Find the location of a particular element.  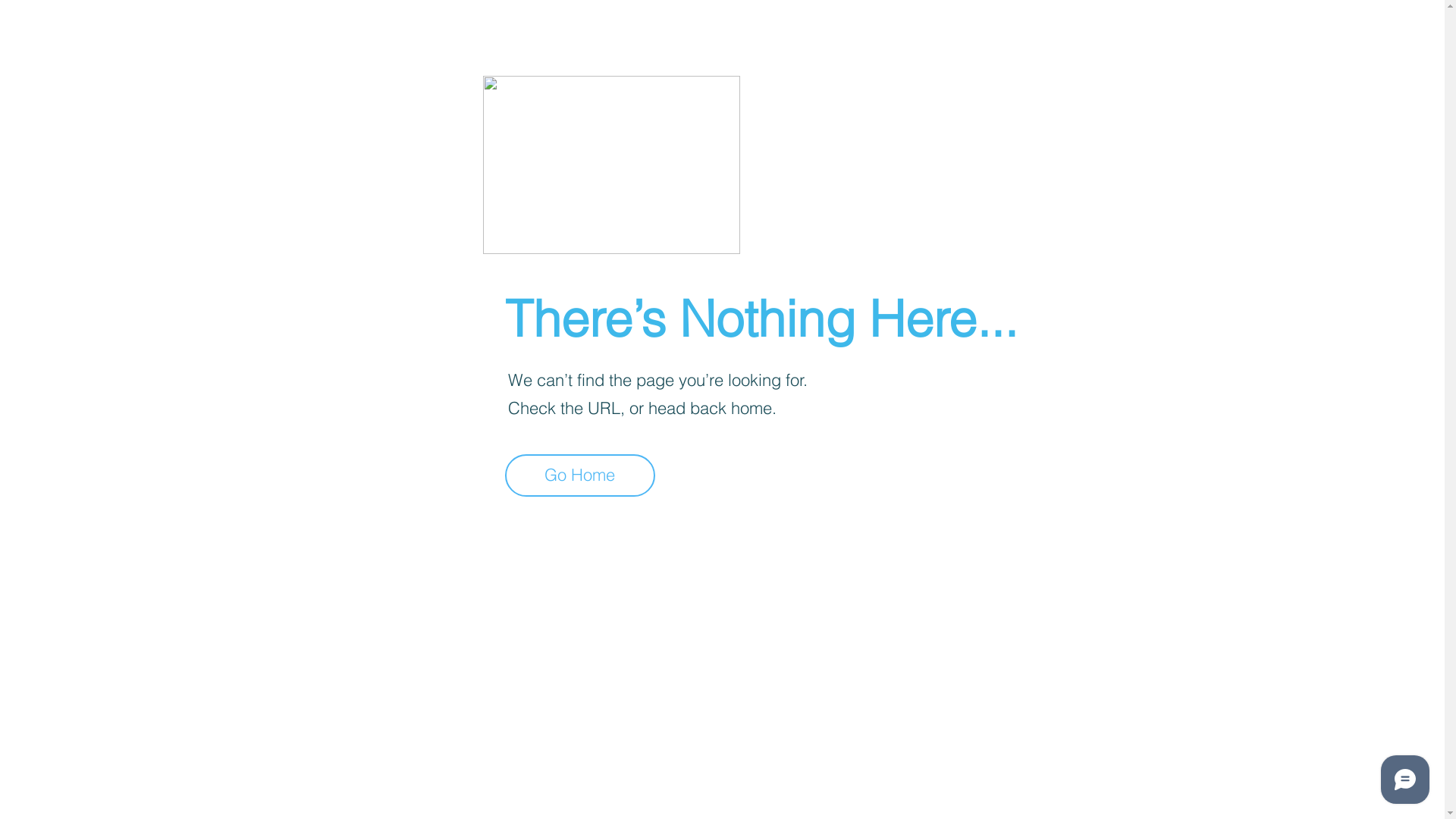

'Go Home' is located at coordinates (579, 475).